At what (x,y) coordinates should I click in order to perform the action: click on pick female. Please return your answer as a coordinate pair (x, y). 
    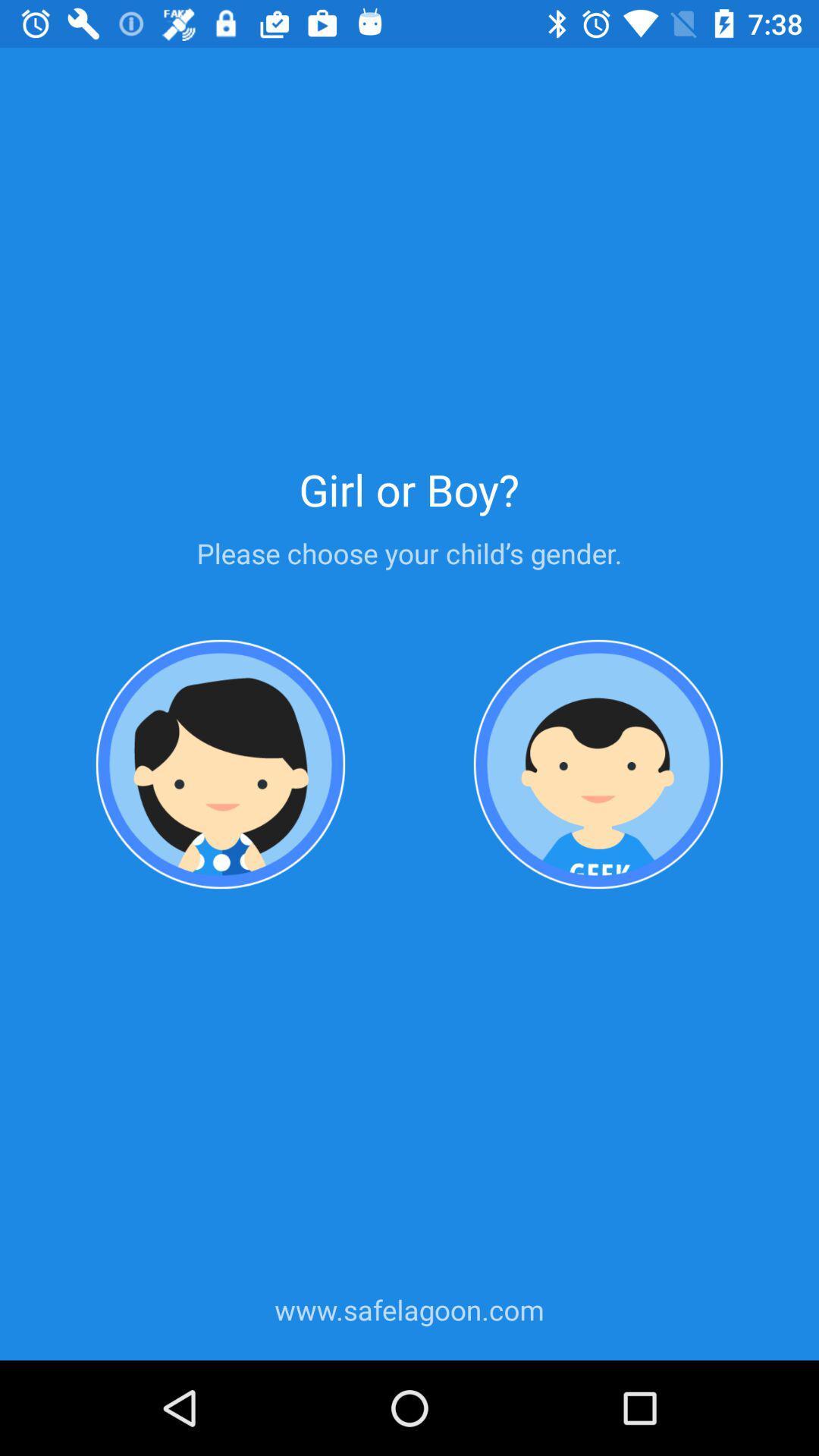
    Looking at the image, I should click on (220, 765).